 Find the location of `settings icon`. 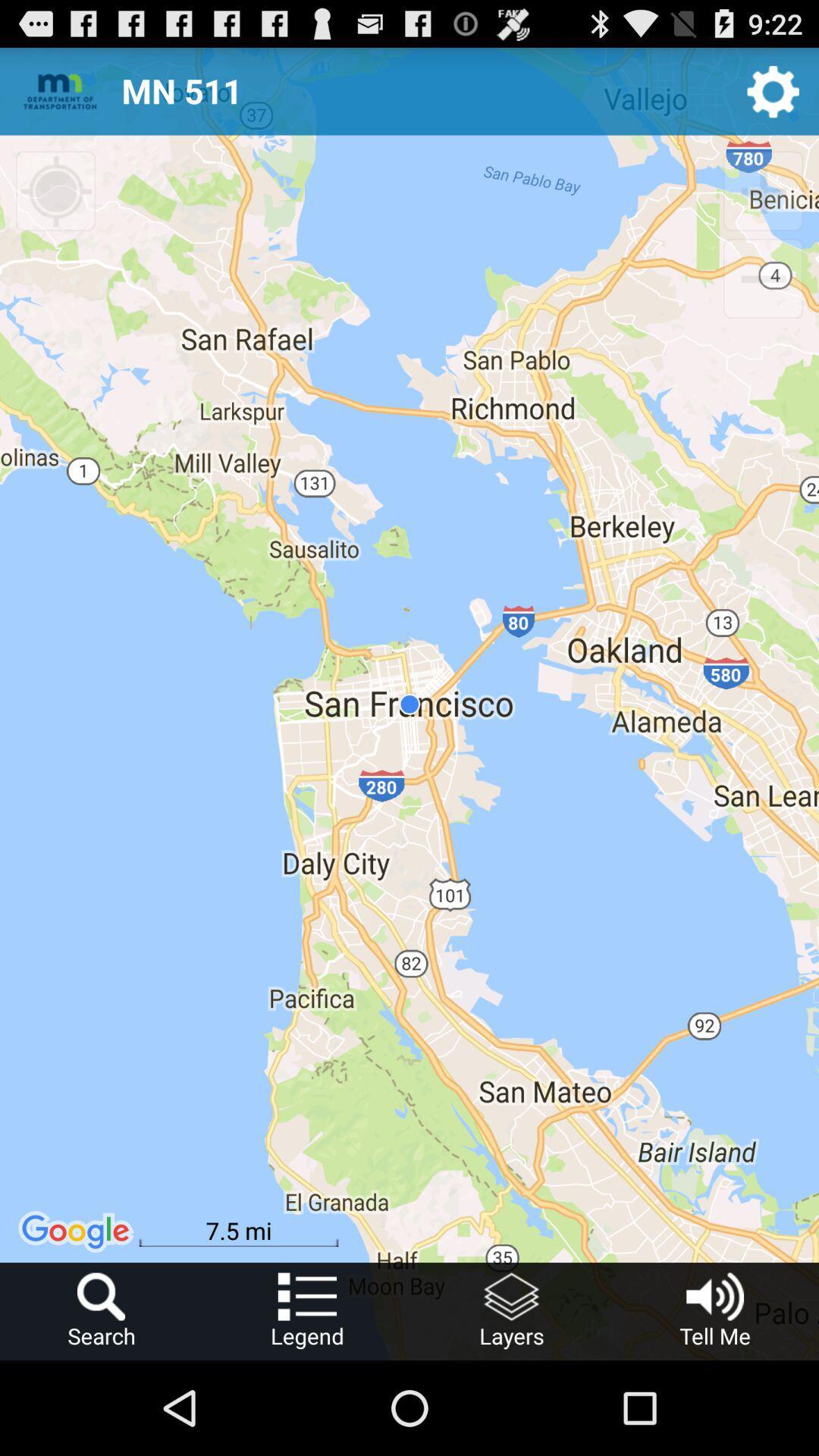

settings icon is located at coordinates (773, 90).